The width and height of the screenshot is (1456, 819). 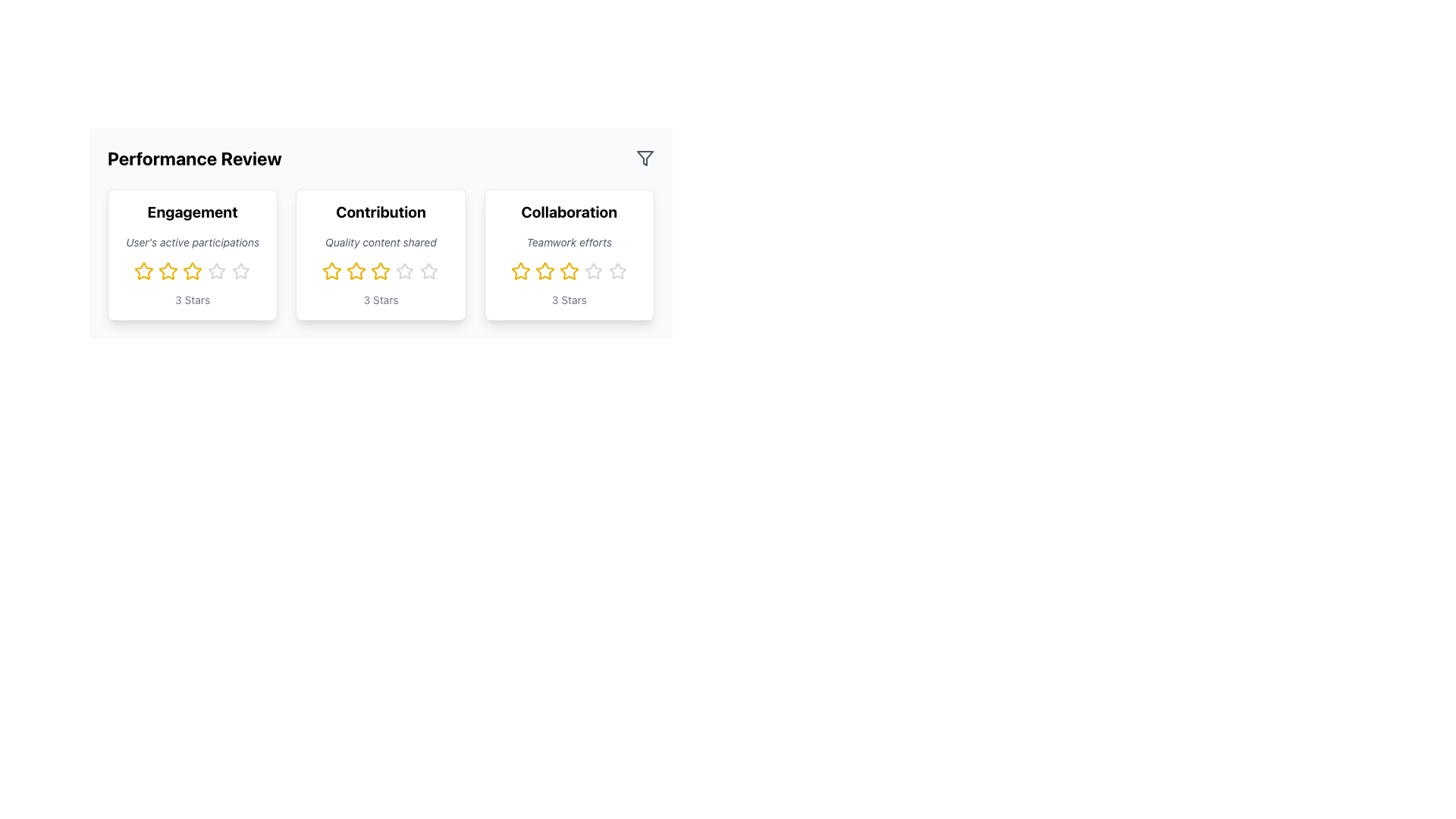 I want to click on the fourth star icon in the five-star rating component within the 'Engagement' section, so click(x=240, y=270).